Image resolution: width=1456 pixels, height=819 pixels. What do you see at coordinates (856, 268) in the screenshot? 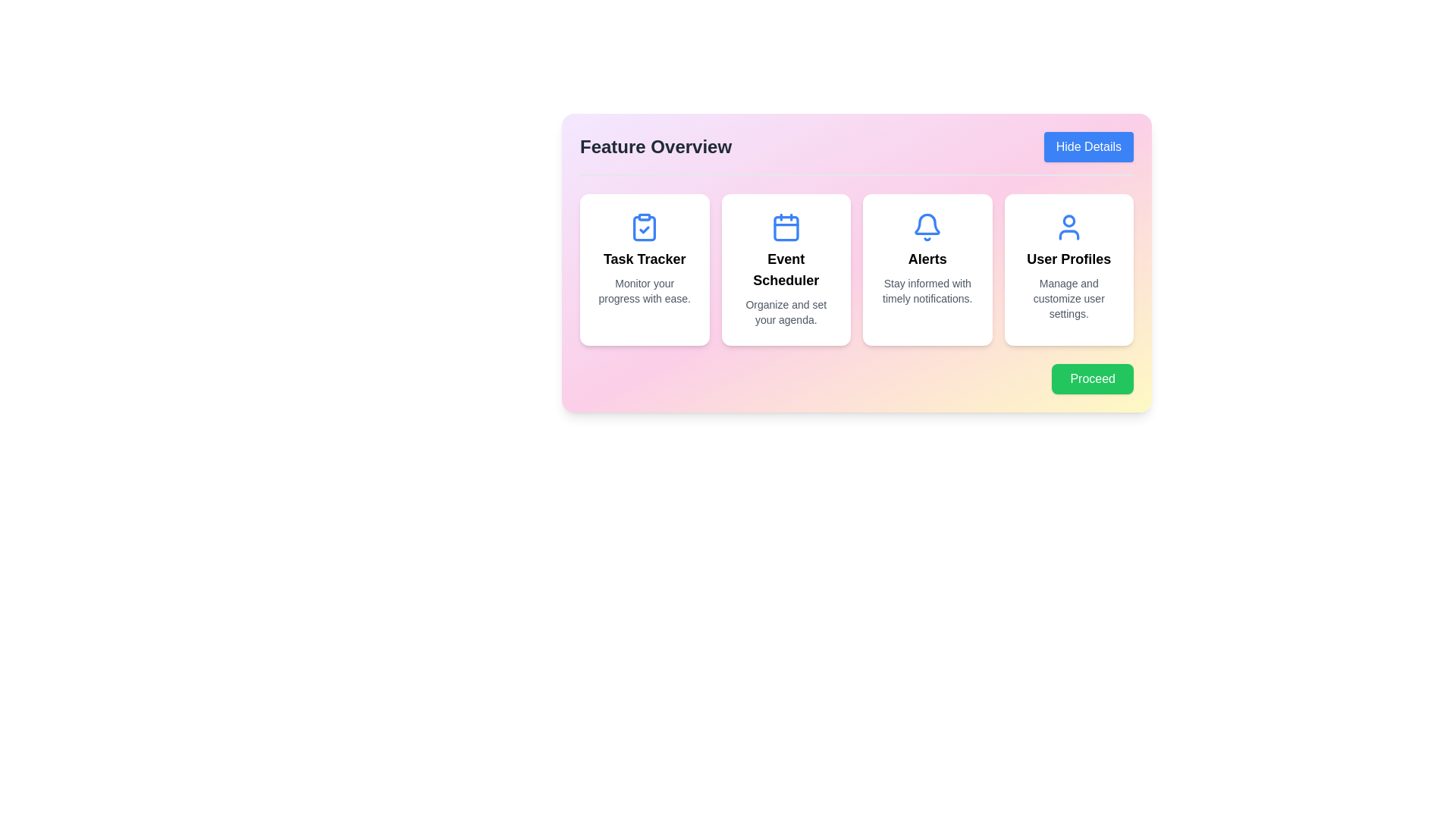
I see `the individual feature sections in the grid layout below the header titled 'Feature Overview' and above the green 'Proceed' button` at bounding box center [856, 268].